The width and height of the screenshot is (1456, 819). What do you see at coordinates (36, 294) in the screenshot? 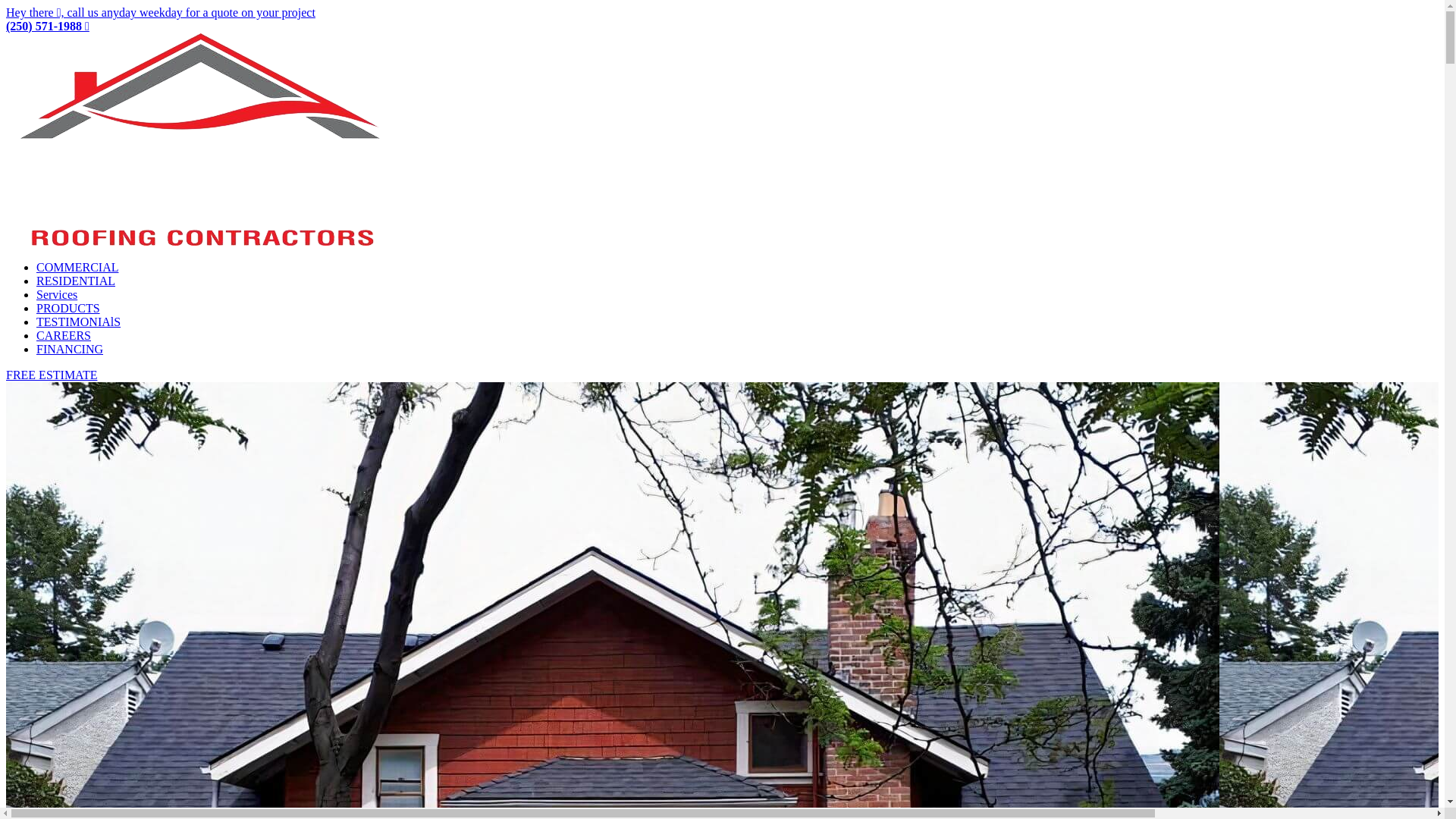
I see `'Services'` at bounding box center [36, 294].